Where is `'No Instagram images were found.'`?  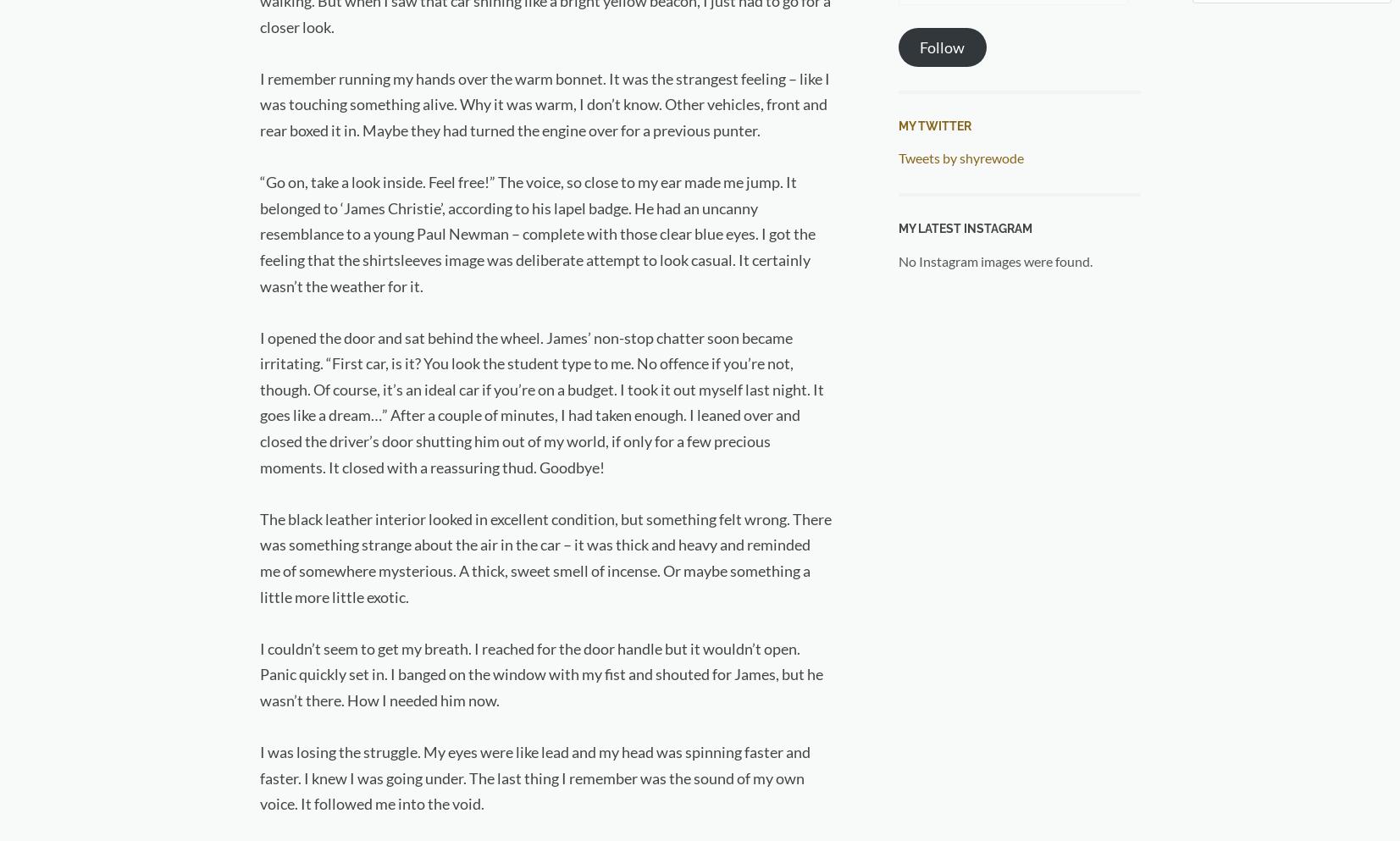
'No Instagram images were found.' is located at coordinates (994, 259).